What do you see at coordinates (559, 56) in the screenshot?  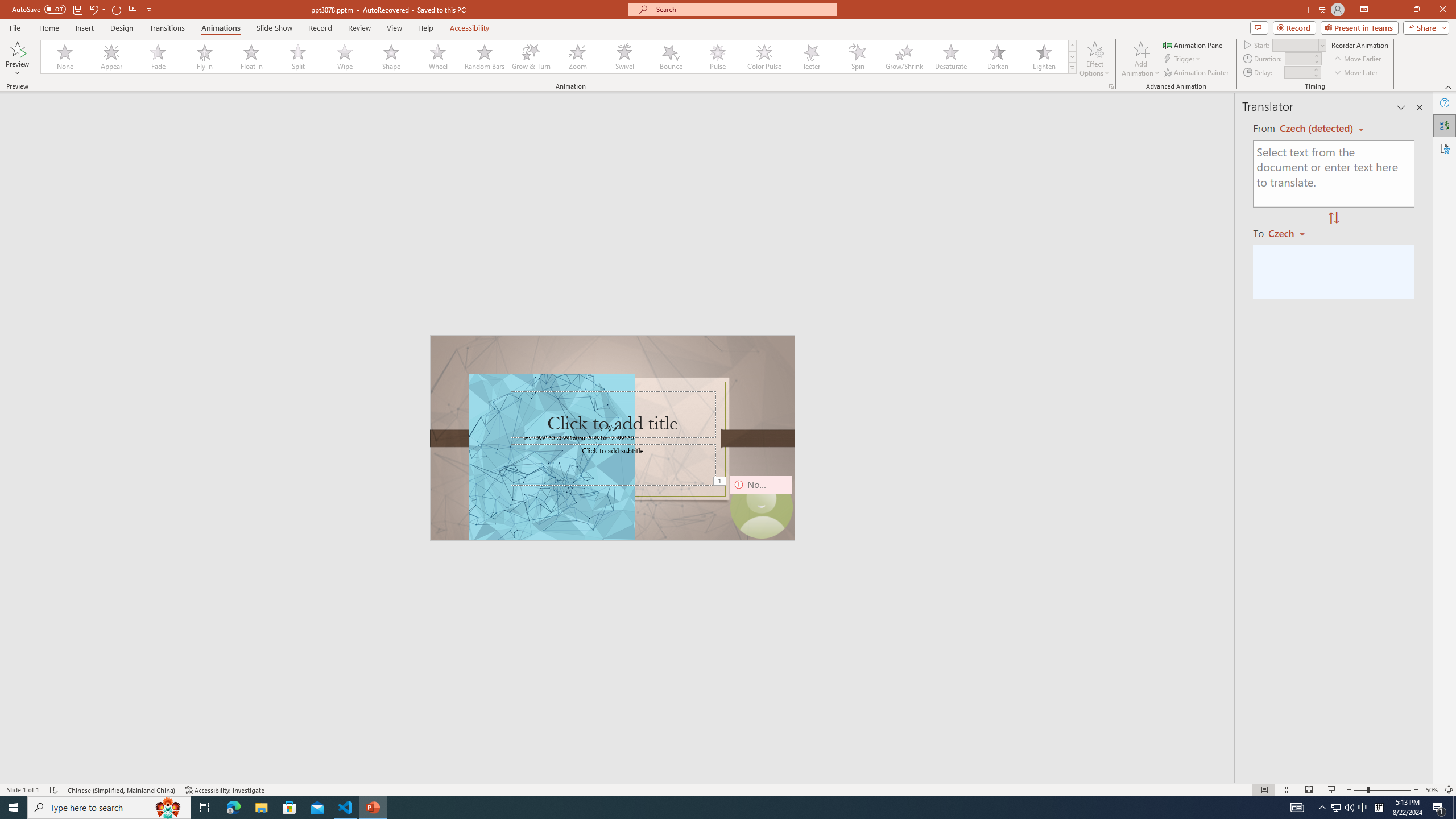 I see `'AutomationID: AnimationGallery'` at bounding box center [559, 56].